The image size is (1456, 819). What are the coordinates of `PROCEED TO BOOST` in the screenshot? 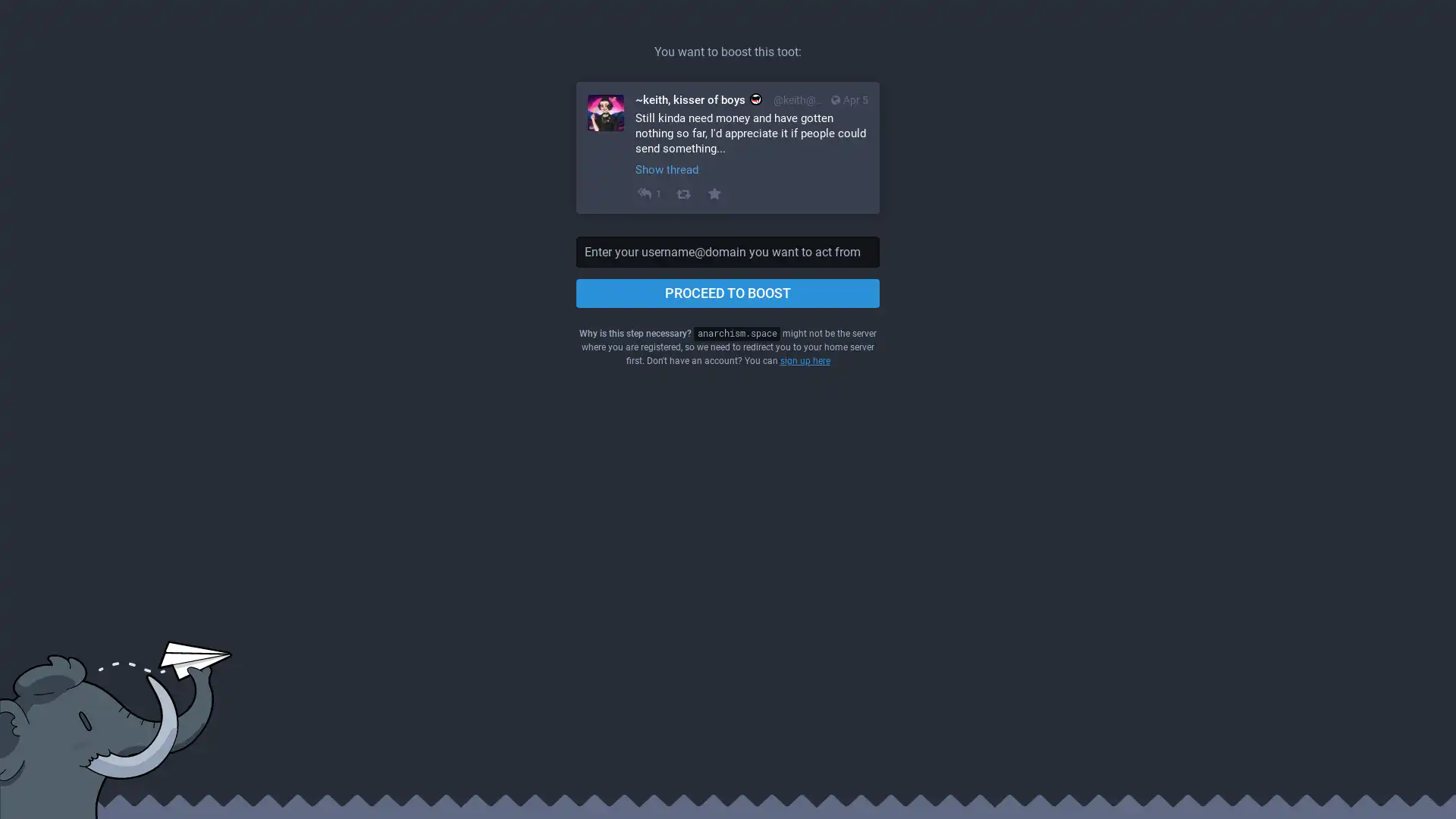 It's located at (728, 293).